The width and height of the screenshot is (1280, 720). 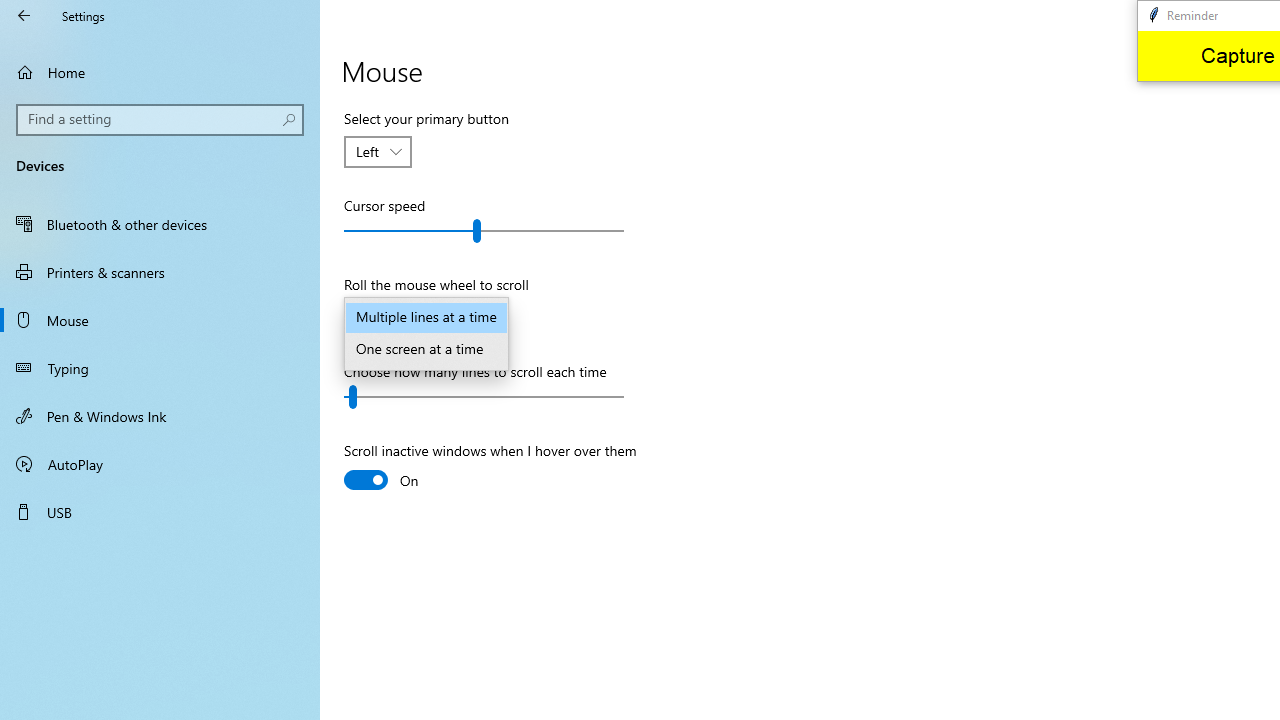 I want to click on 'Select your primary button', so click(x=378, y=150).